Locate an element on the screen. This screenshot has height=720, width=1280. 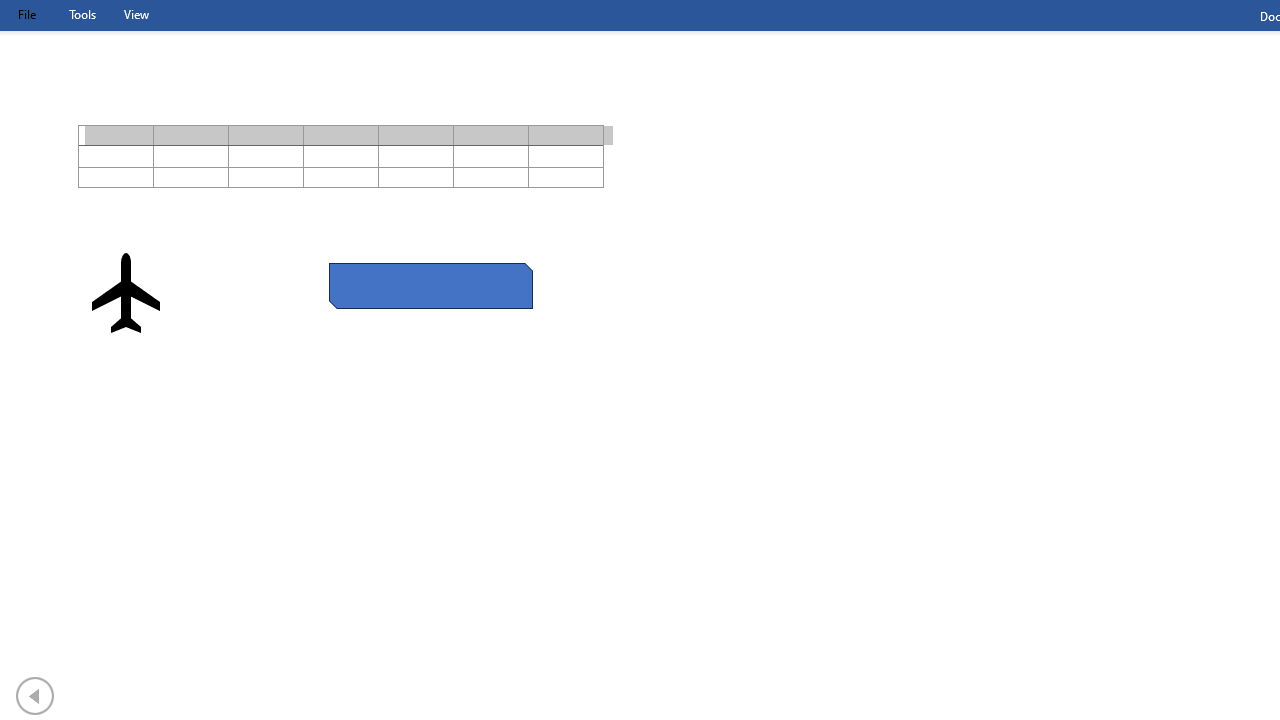
'Tools' is located at coordinates (81, 14).